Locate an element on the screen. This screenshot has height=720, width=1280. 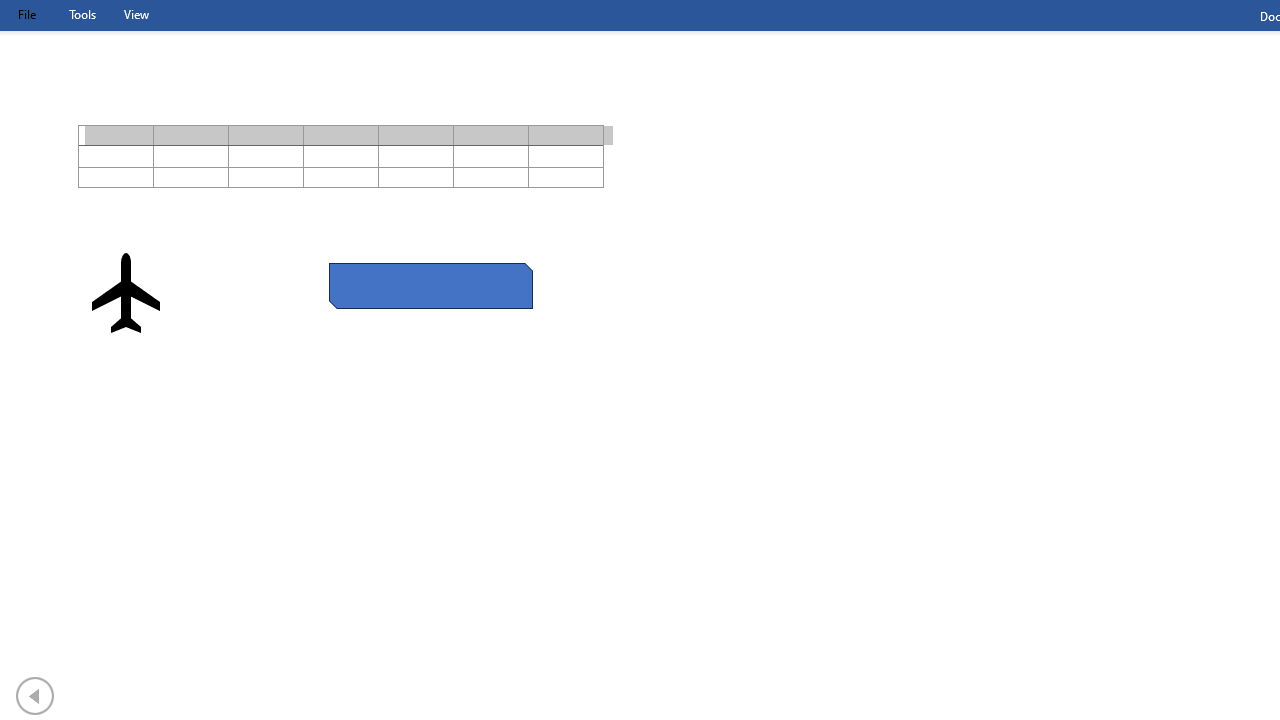
'Tools' is located at coordinates (81, 14).